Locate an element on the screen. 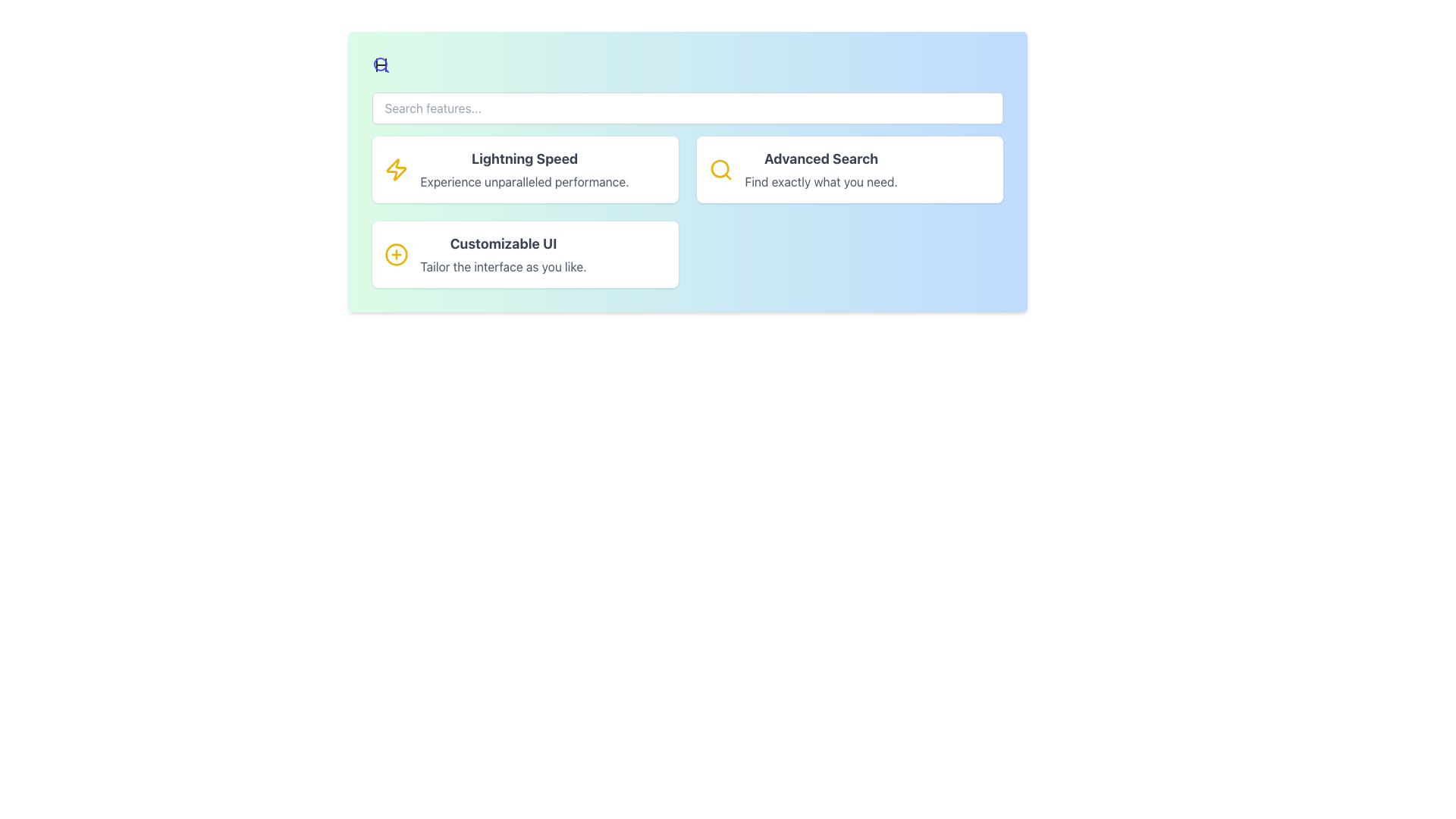 The image size is (1456, 819). the descriptive Text Label that provides additional context for the 'Lightning Speed' feature, located below the 'Lightning Speed' text is located at coordinates (525, 180).